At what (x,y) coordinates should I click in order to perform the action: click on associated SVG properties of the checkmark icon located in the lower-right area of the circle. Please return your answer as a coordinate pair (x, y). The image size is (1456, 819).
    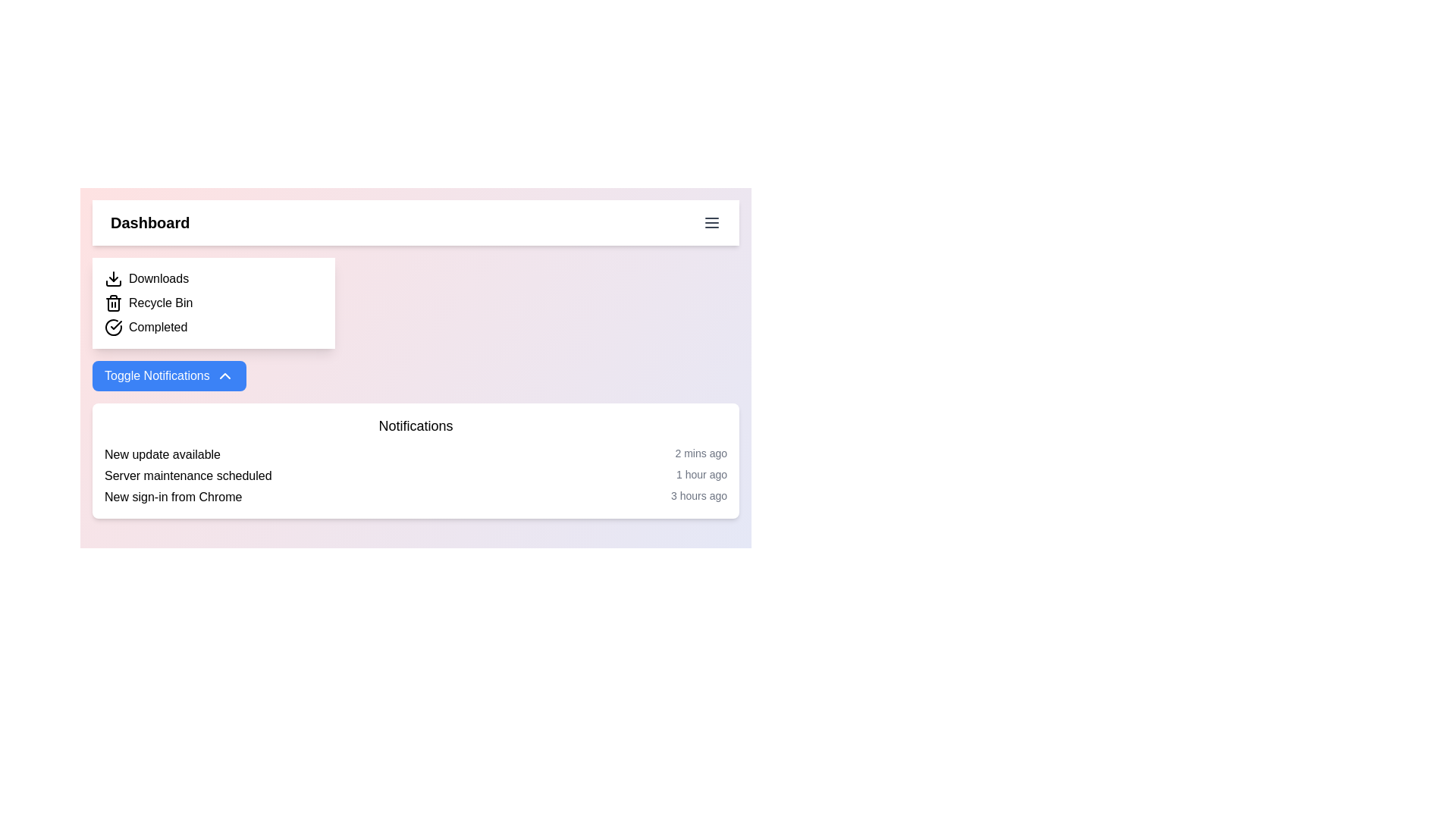
    Looking at the image, I should click on (115, 324).